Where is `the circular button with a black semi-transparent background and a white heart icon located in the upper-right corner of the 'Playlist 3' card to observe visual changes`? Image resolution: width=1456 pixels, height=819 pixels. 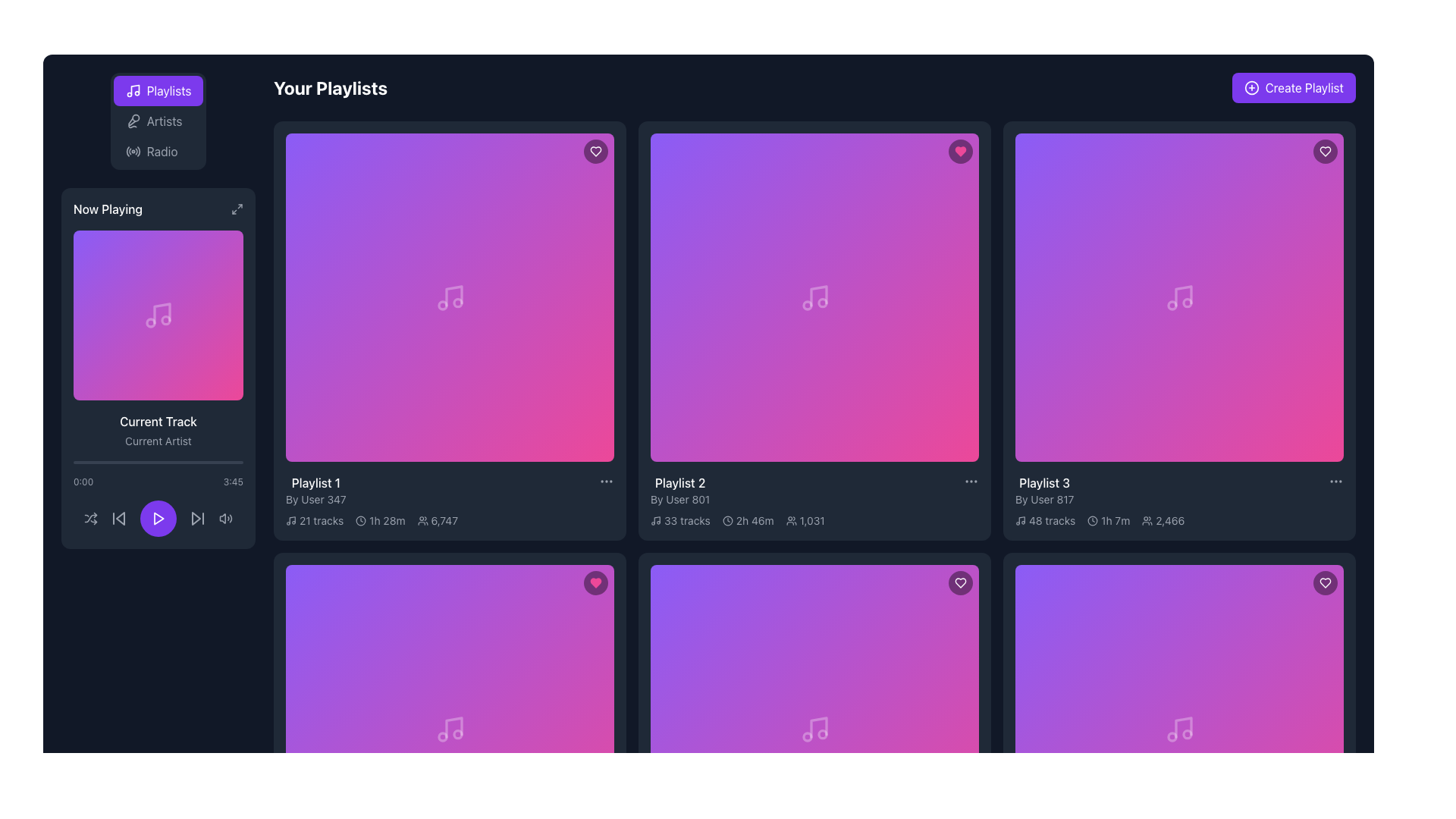 the circular button with a black semi-transparent background and a white heart icon located in the upper-right corner of the 'Playlist 3' card to observe visual changes is located at coordinates (1324, 152).